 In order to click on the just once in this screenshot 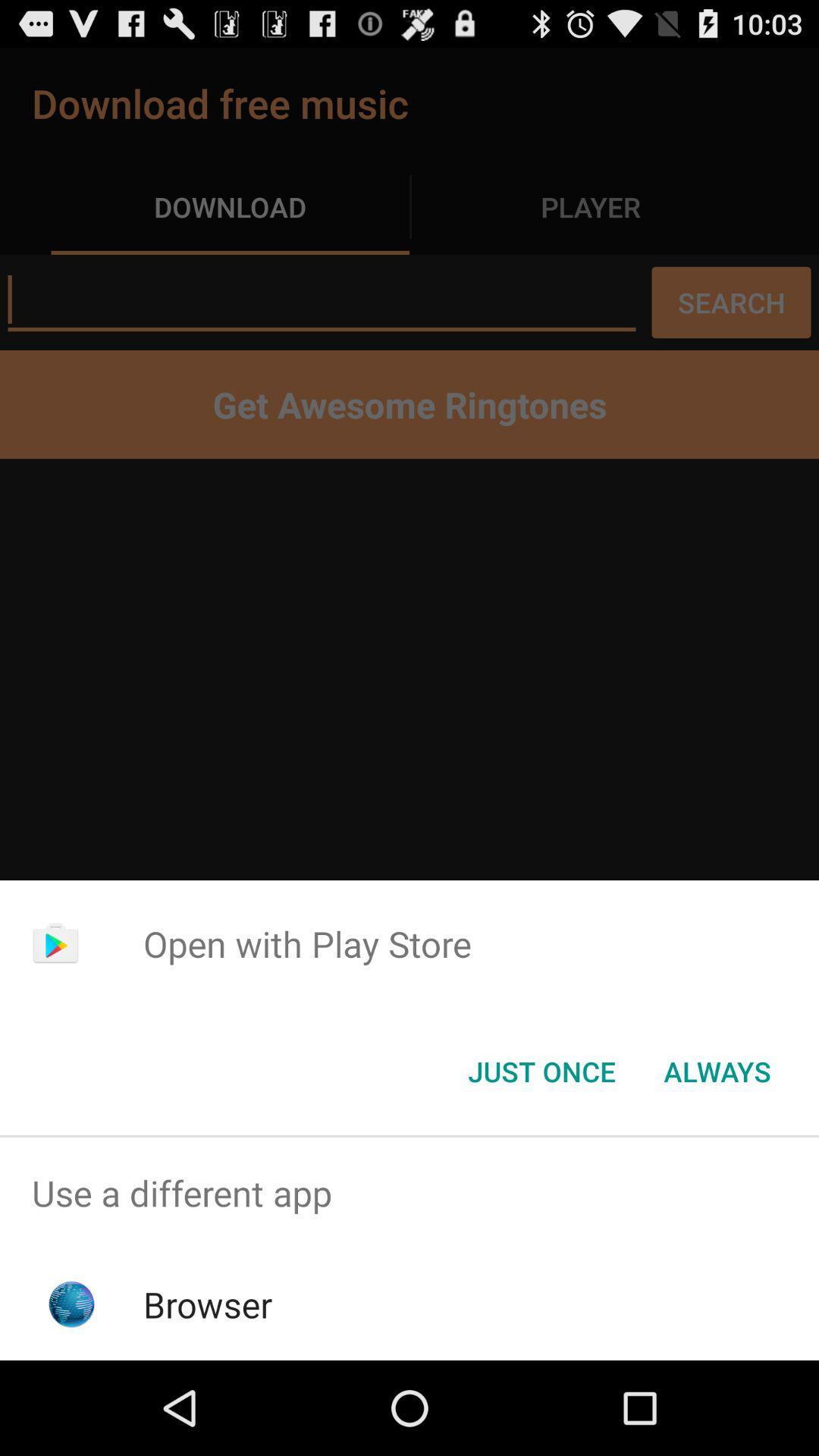, I will do `click(541, 1070)`.